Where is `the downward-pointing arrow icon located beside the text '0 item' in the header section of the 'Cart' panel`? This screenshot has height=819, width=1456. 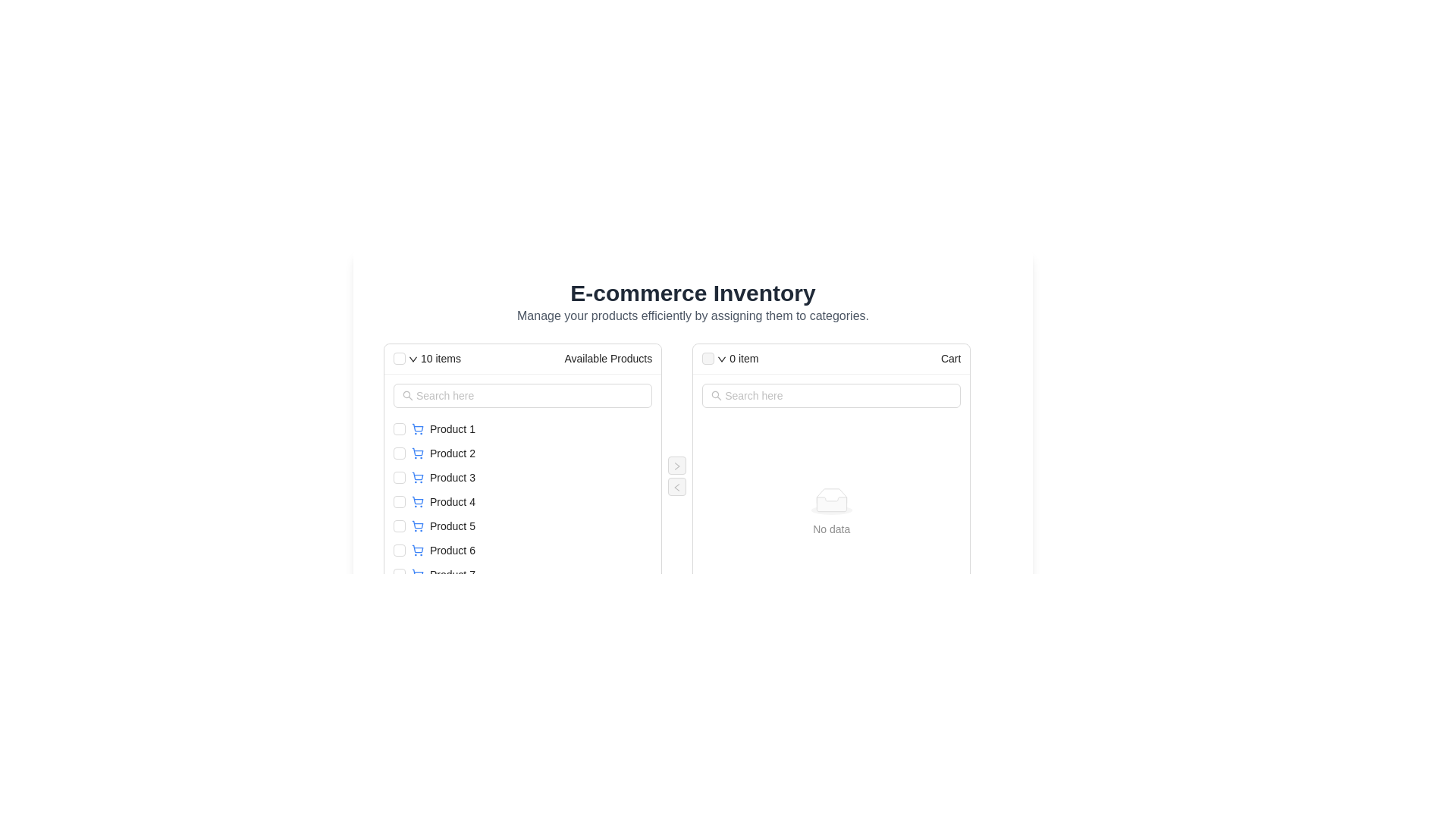
the downward-pointing arrow icon located beside the text '0 item' in the header section of the 'Cart' panel is located at coordinates (721, 359).